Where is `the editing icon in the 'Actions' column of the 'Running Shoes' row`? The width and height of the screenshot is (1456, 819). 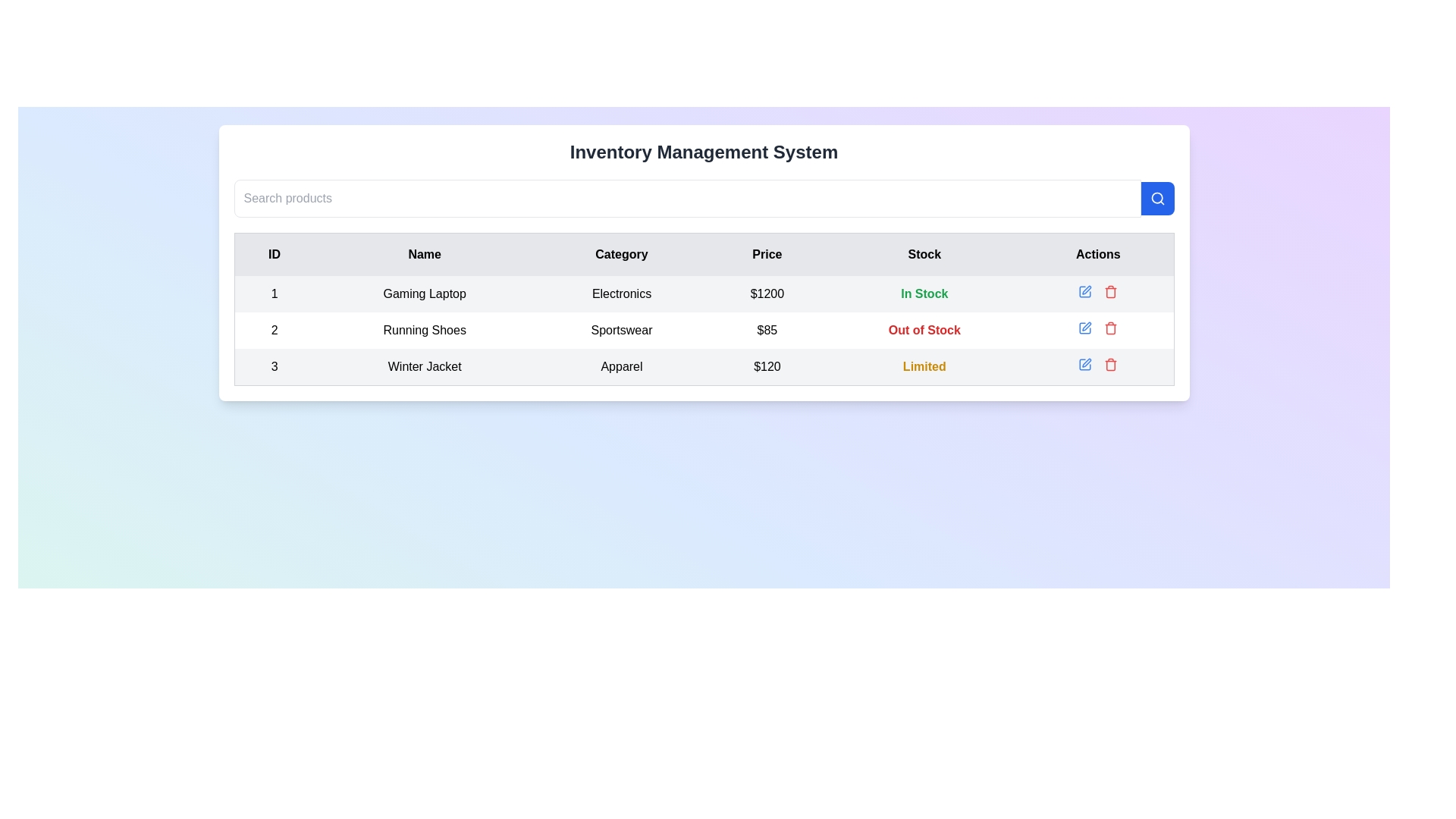
the editing icon in the 'Actions' column of the 'Running Shoes' row is located at coordinates (1084, 327).